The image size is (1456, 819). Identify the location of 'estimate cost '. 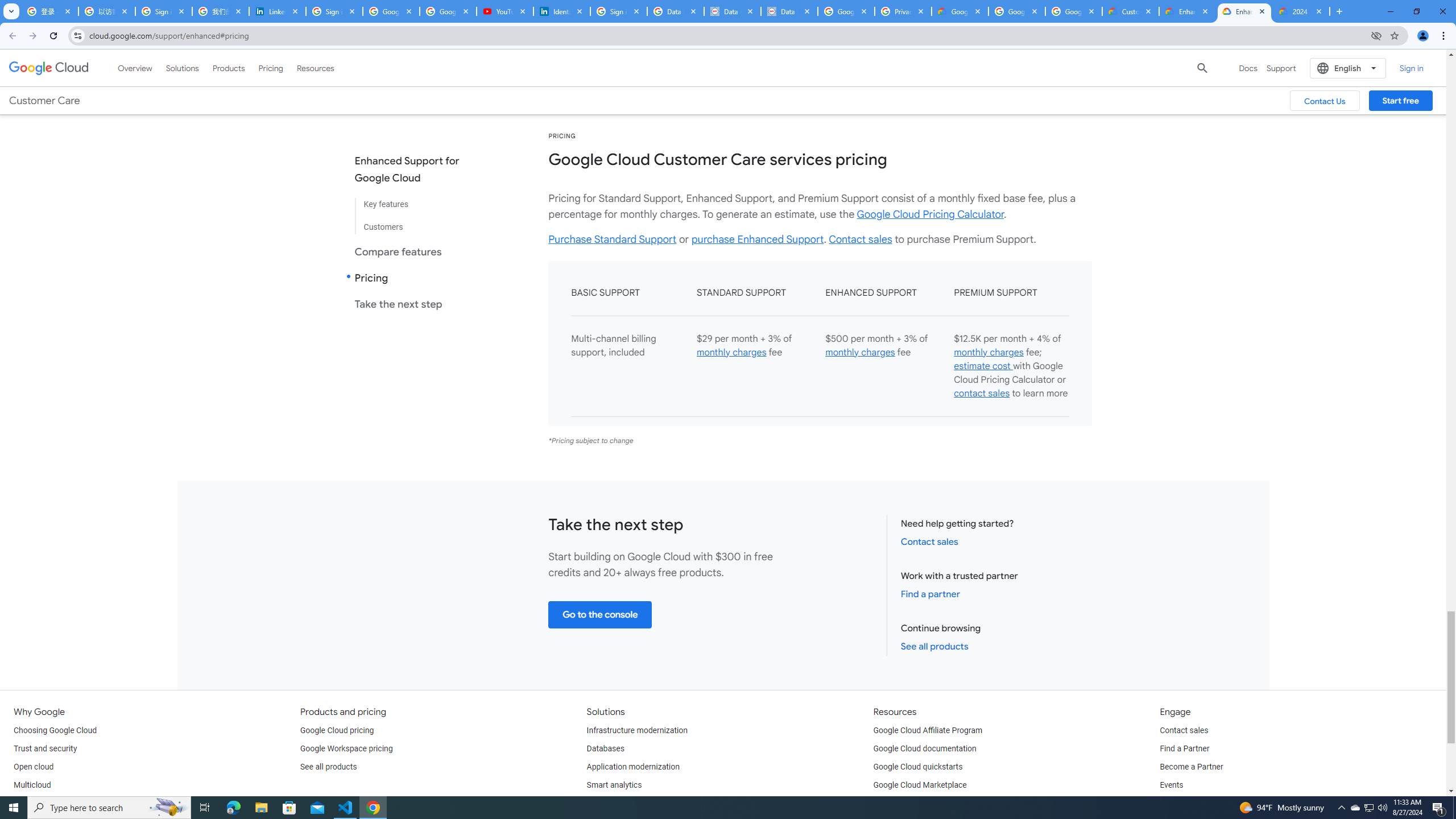
(983, 366).